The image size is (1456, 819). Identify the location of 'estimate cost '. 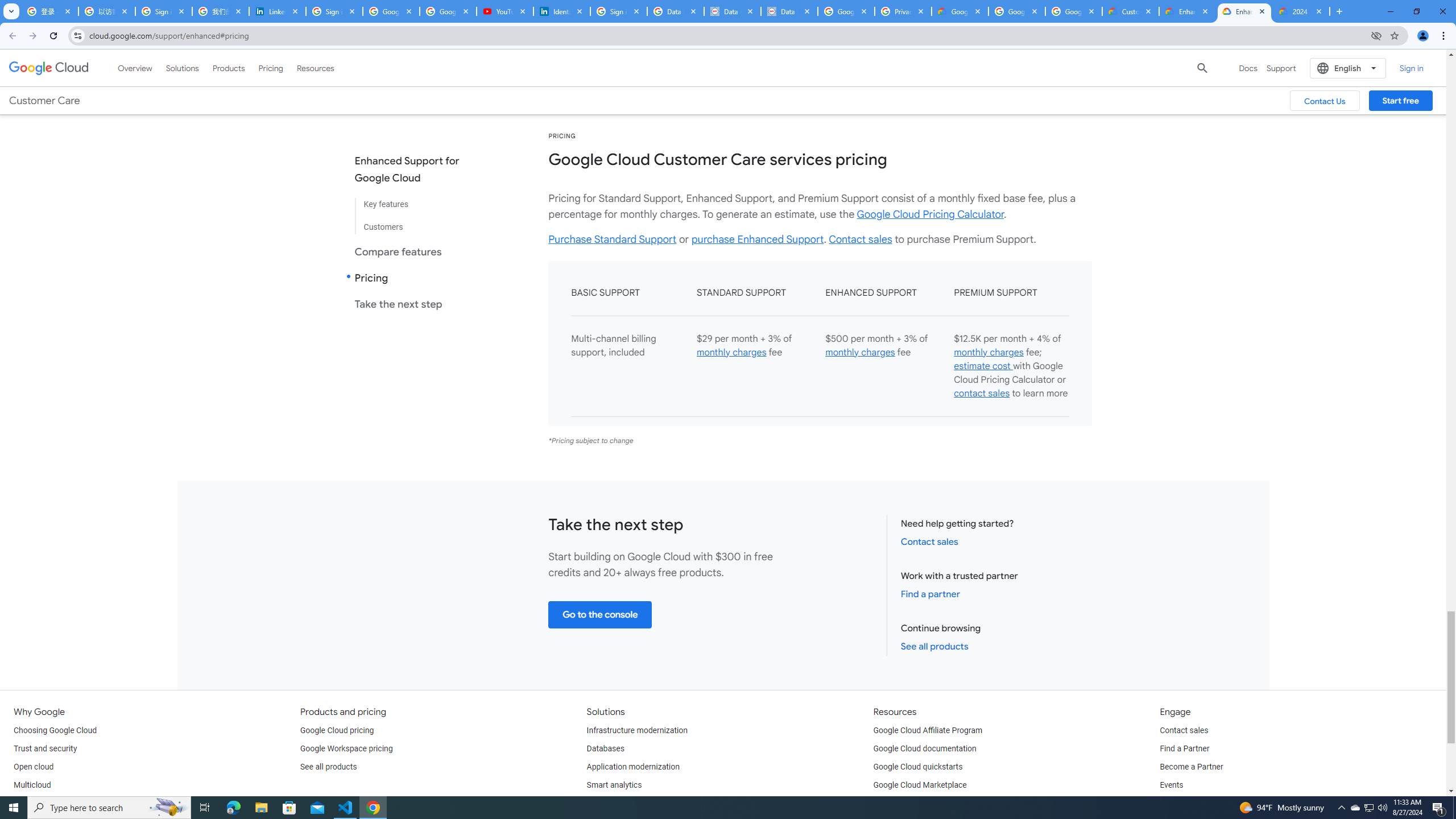
(983, 366).